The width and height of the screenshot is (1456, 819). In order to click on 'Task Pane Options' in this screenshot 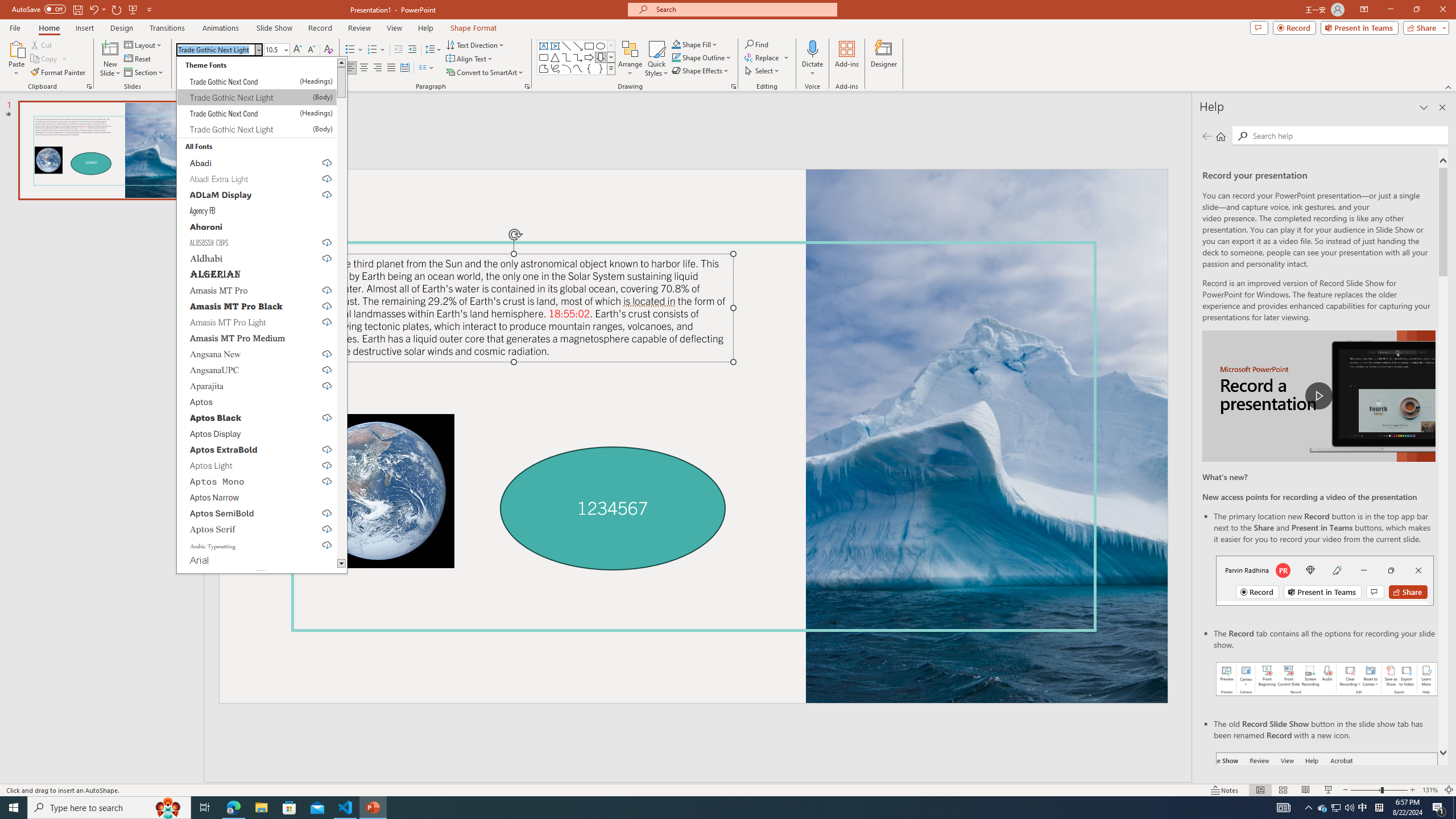, I will do `click(1423, 107)`.